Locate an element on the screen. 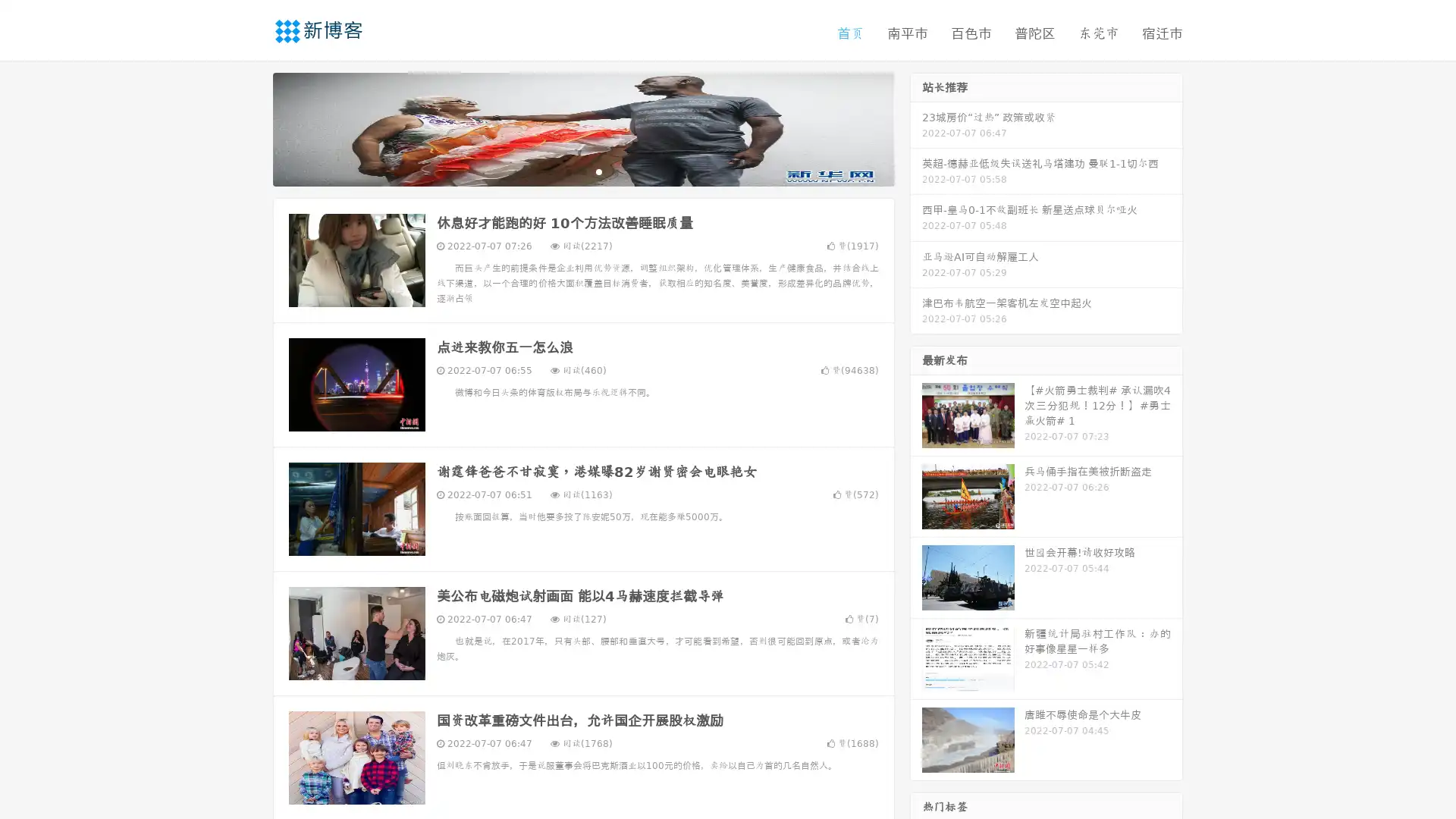 This screenshot has height=819, width=1456. Go to slide 3 is located at coordinates (598, 171).